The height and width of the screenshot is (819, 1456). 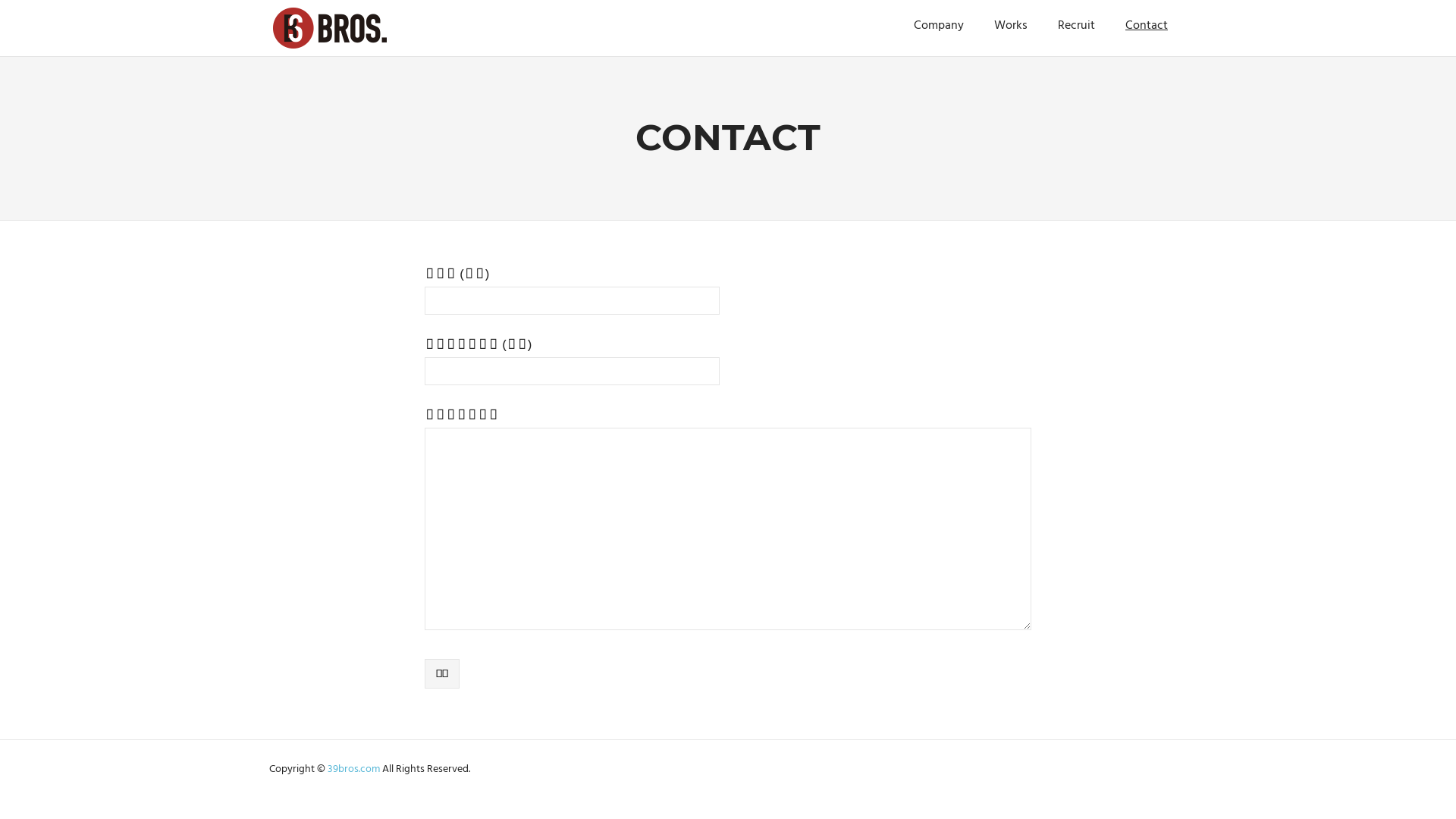 What do you see at coordinates (354, 769) in the screenshot?
I see `'39bros.com'` at bounding box center [354, 769].